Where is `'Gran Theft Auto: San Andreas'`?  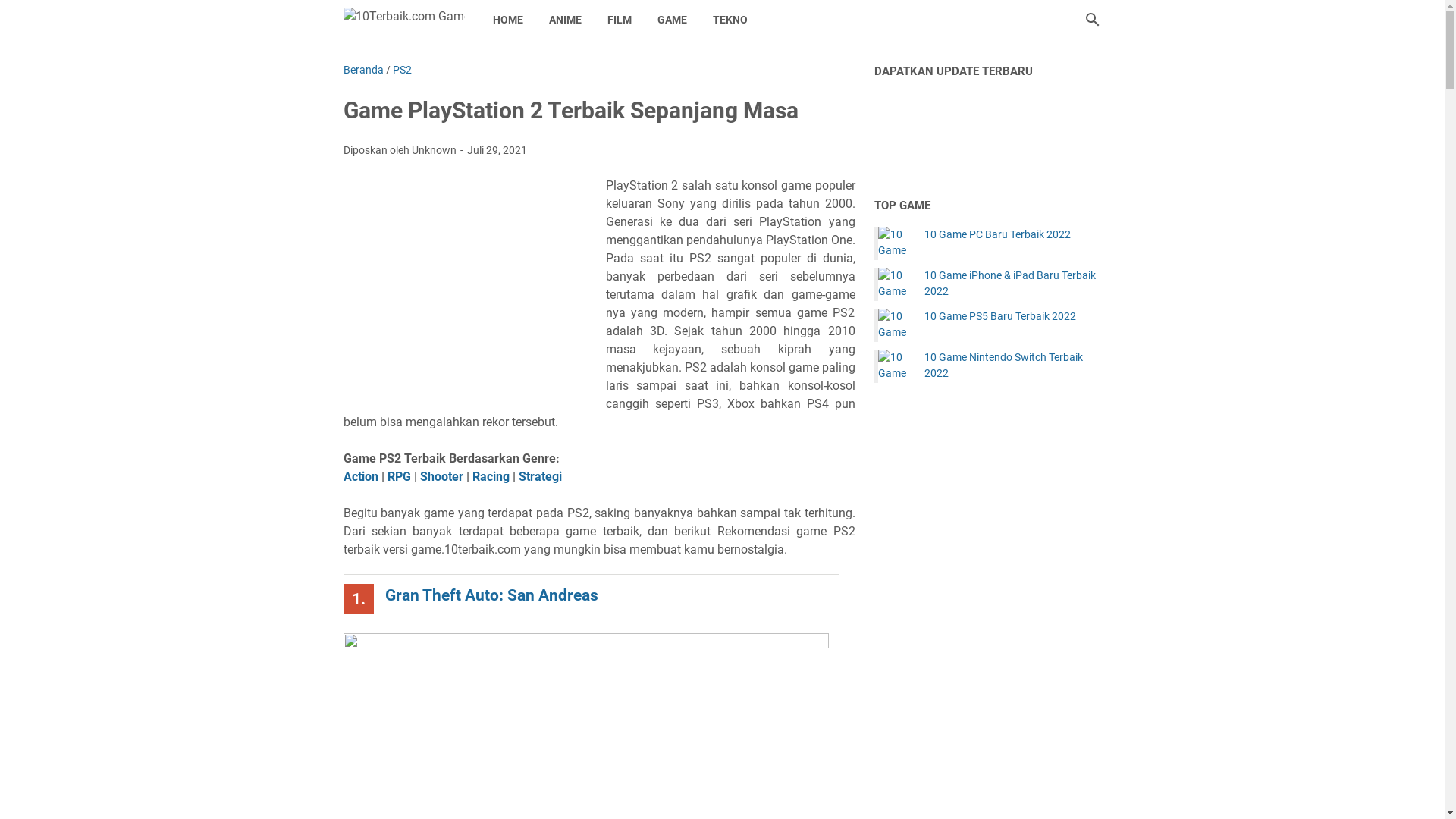 'Gran Theft Auto: San Andreas' is located at coordinates (491, 595).